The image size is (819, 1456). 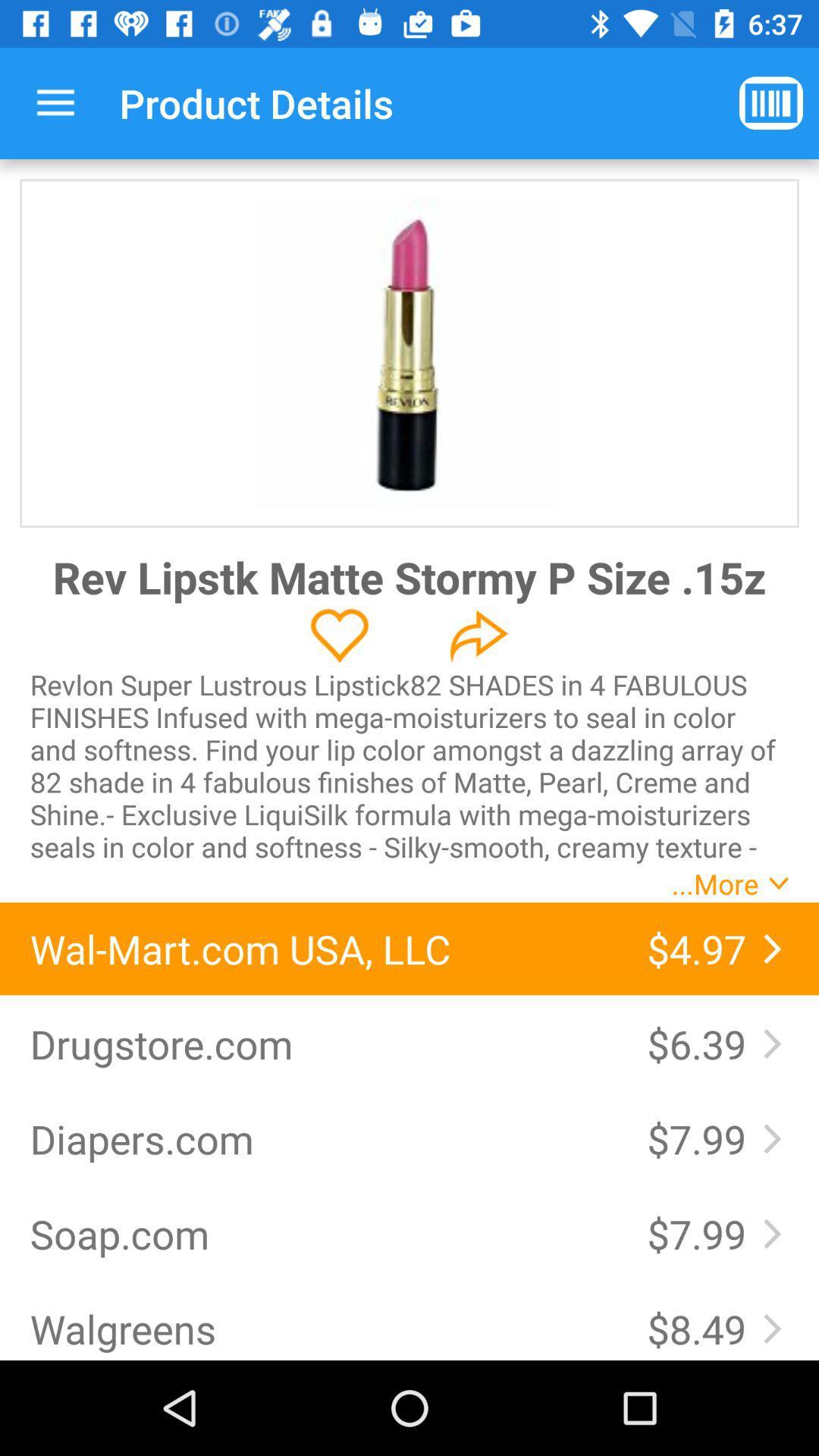 What do you see at coordinates (322, 948) in the screenshot?
I see `wal mart com` at bounding box center [322, 948].